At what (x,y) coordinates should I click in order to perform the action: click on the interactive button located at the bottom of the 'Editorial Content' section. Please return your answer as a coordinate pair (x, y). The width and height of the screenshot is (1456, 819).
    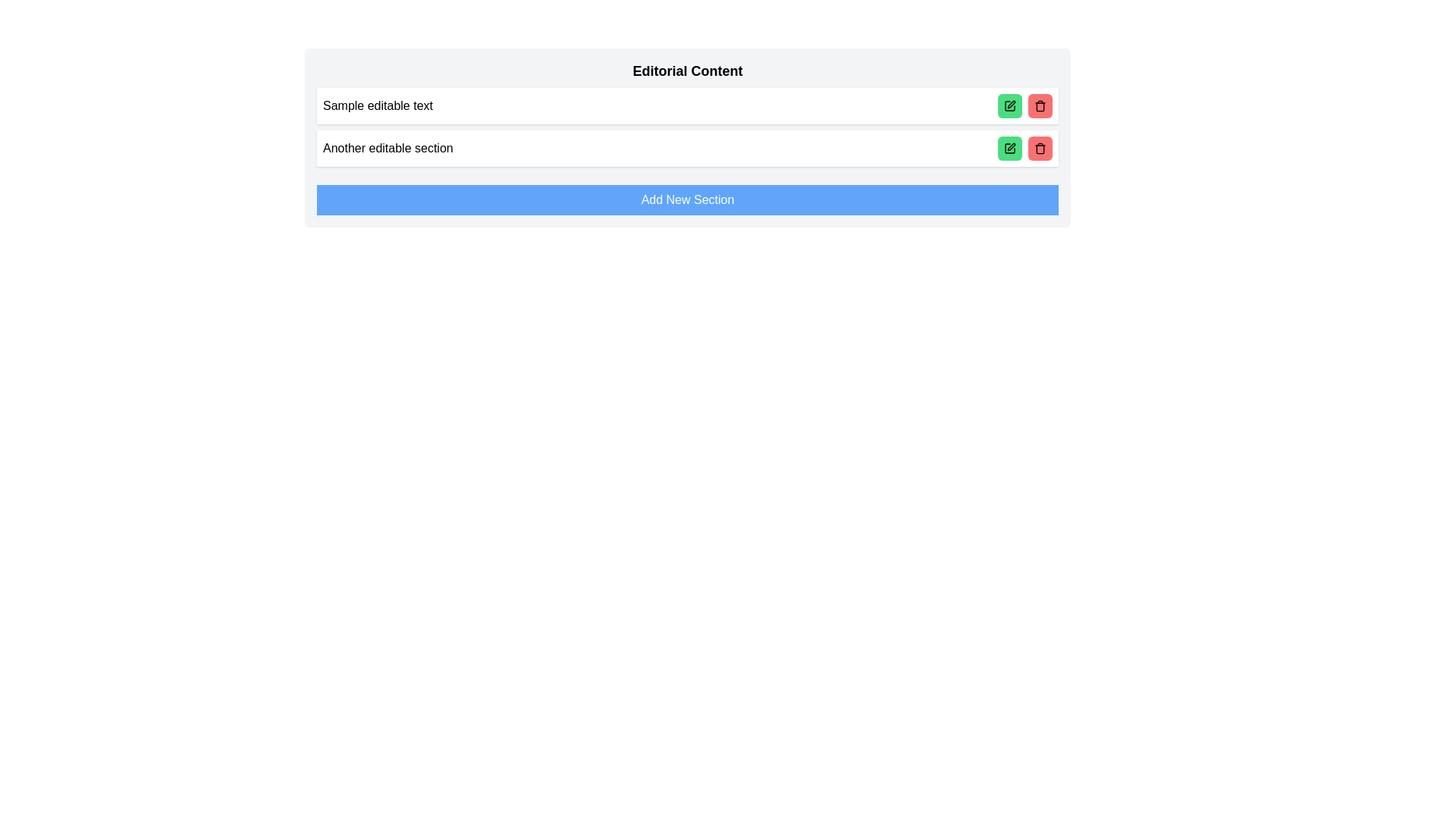
    Looking at the image, I should click on (687, 199).